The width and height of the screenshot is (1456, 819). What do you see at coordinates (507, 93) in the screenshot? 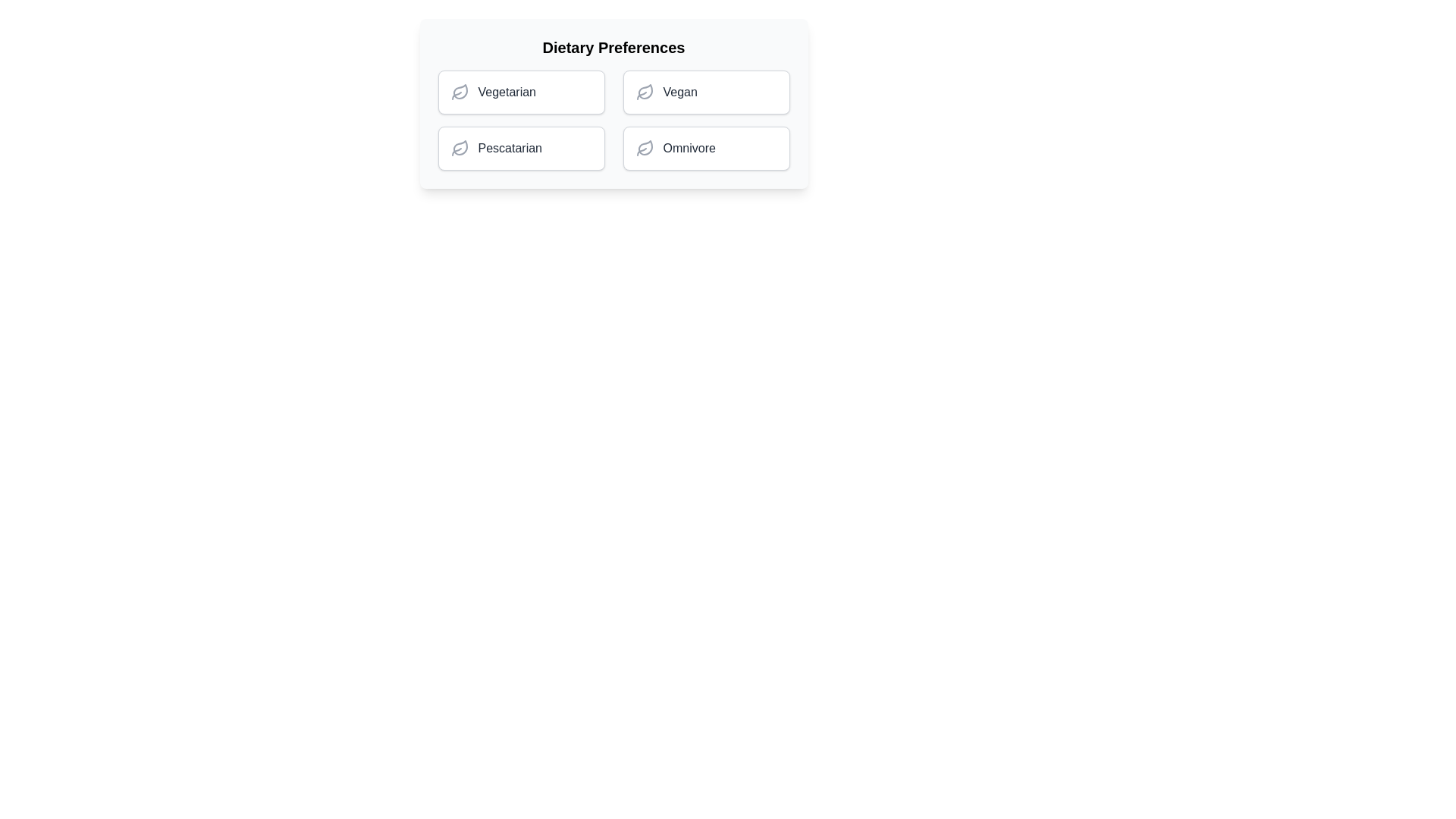
I see `the text label displaying 'Vegetarian' in the Dietary Preferences section, located beneath an icon` at bounding box center [507, 93].